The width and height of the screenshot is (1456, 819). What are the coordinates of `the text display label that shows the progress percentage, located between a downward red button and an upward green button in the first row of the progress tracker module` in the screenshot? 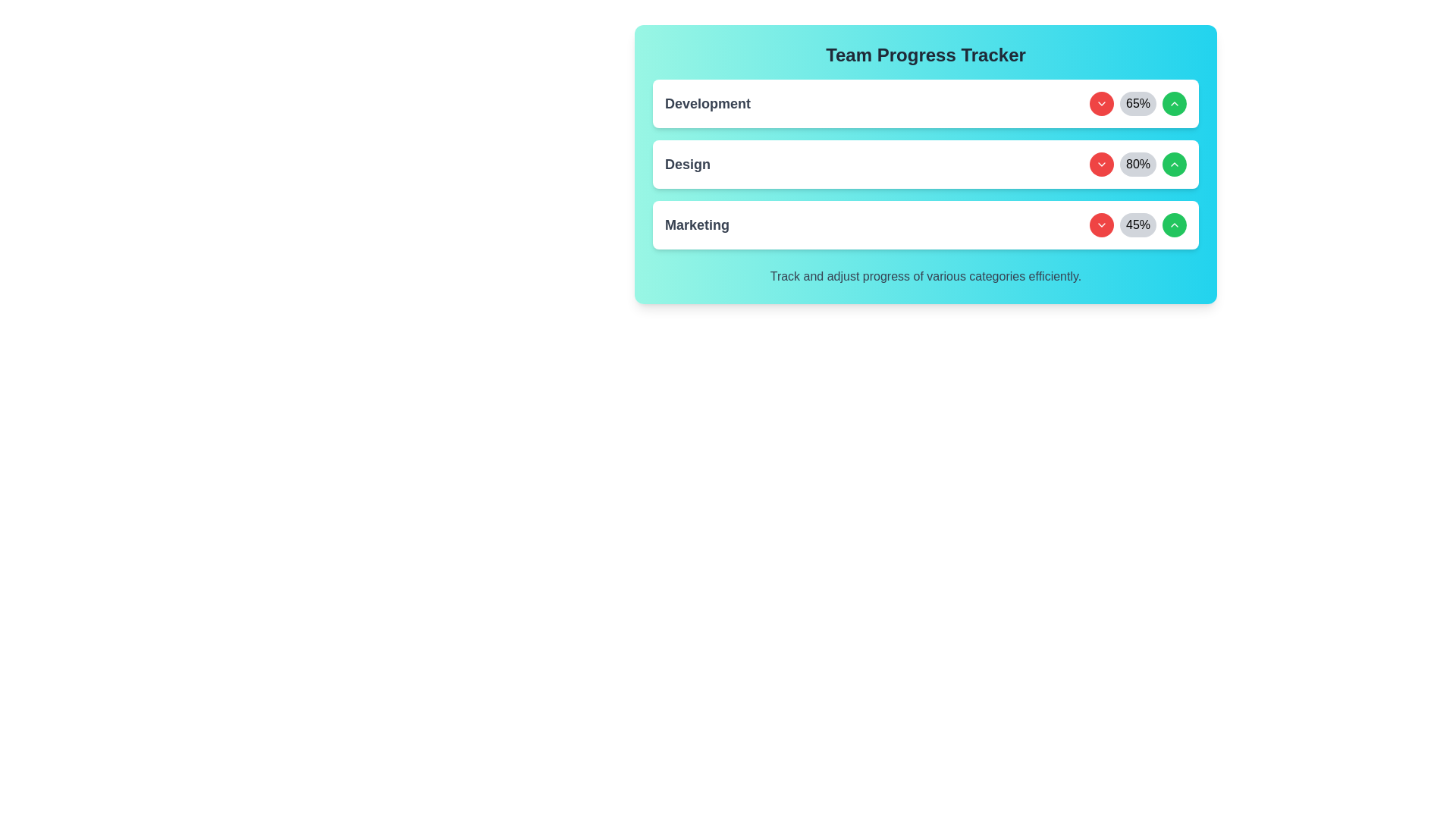 It's located at (1138, 103).